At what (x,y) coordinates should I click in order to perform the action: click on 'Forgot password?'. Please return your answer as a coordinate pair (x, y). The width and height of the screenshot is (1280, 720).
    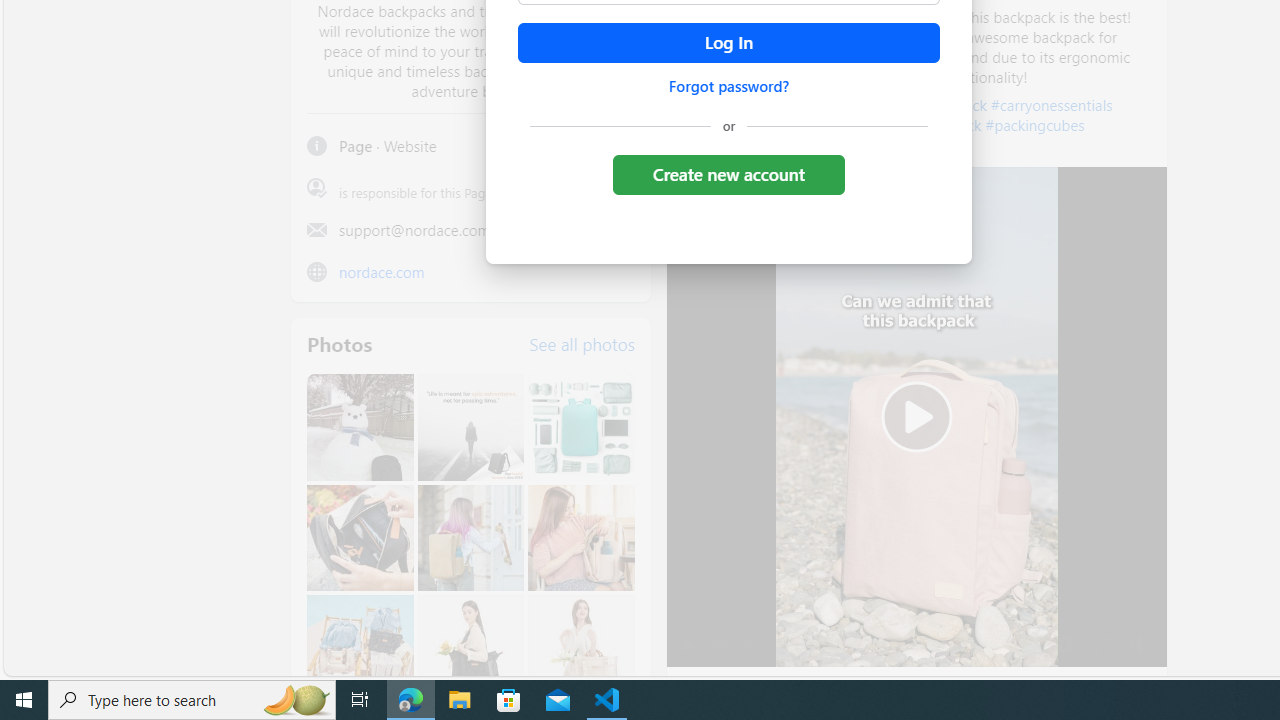
    Looking at the image, I should click on (727, 85).